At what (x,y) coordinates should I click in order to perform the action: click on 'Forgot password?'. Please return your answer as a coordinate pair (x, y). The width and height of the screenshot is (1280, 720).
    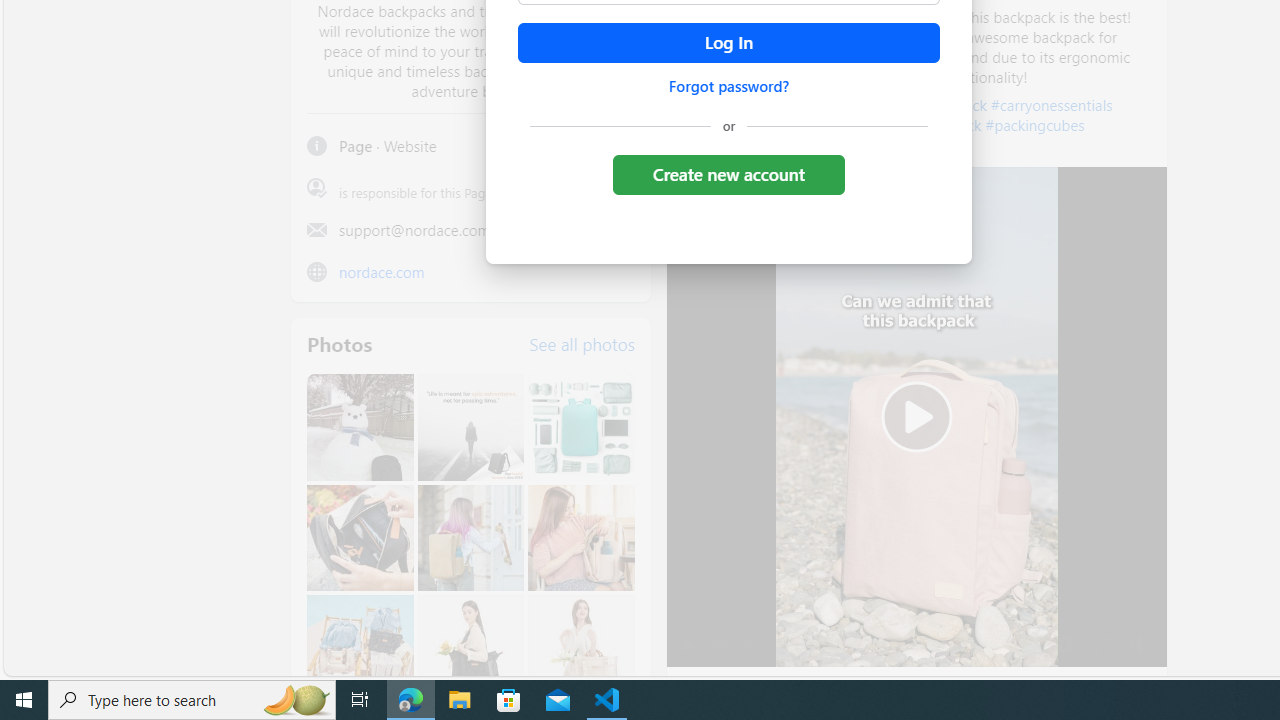
    Looking at the image, I should click on (727, 85).